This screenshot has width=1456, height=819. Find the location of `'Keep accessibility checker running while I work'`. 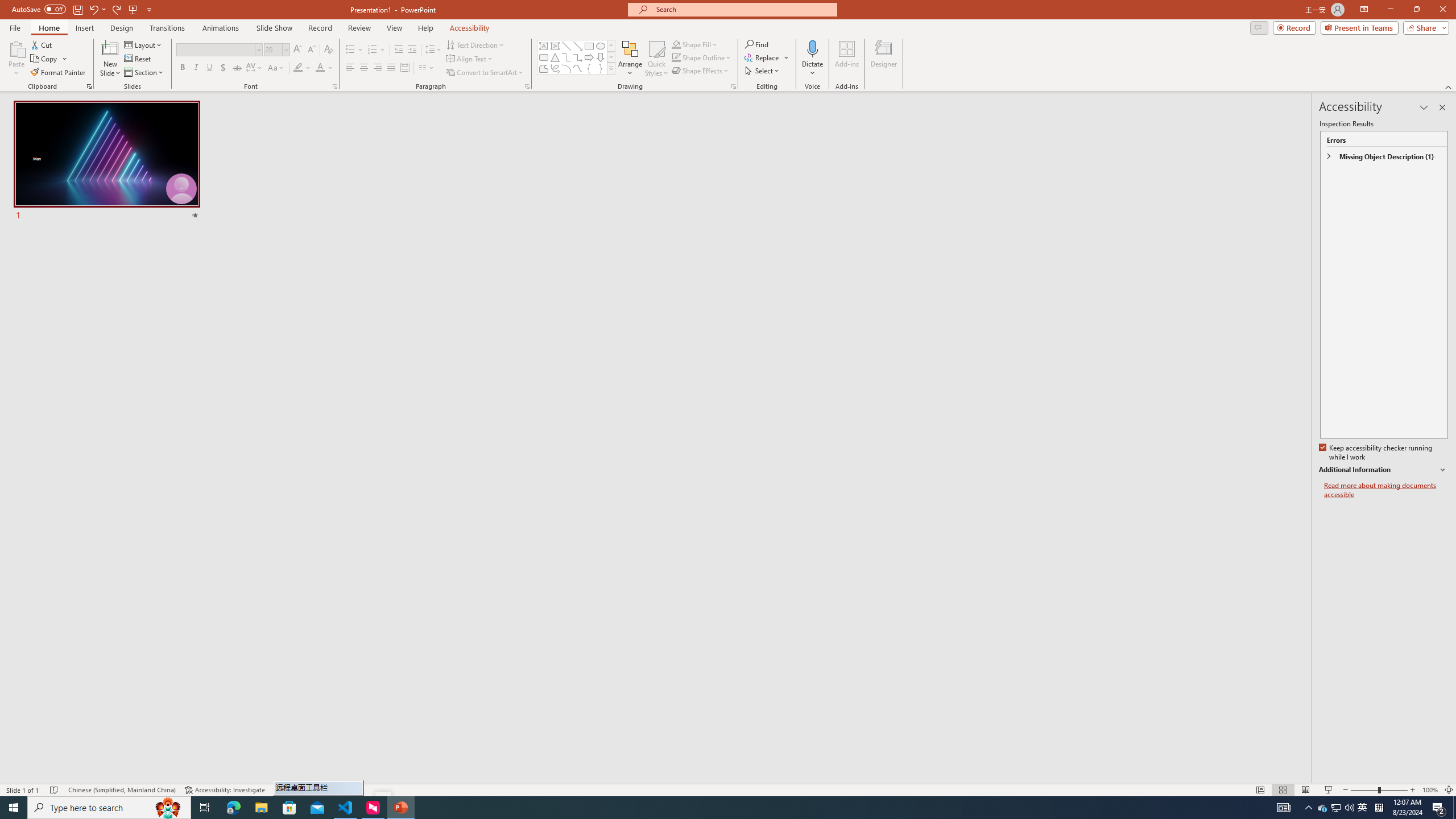

'Keep accessibility checker running while I work' is located at coordinates (1376, 453).